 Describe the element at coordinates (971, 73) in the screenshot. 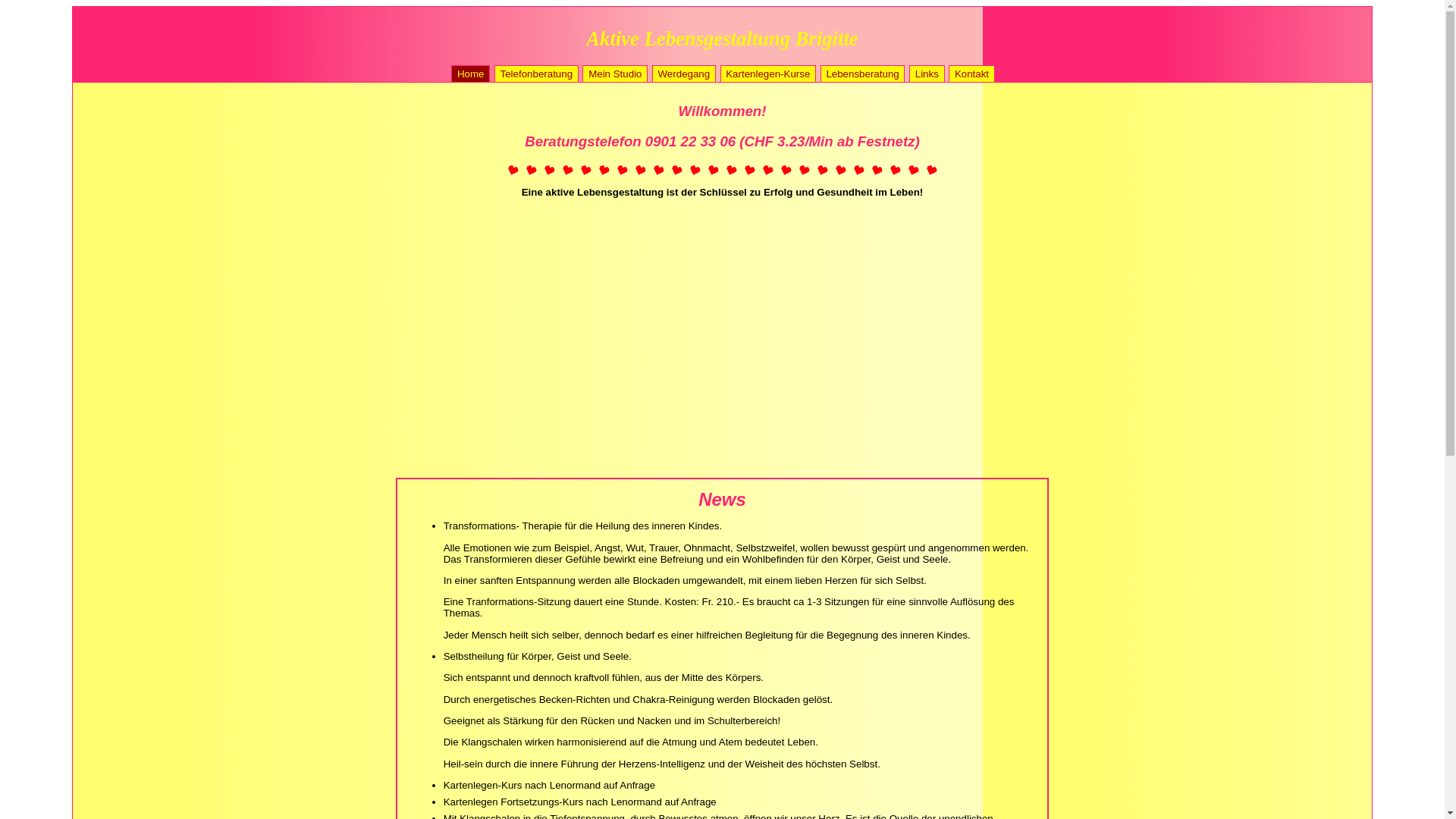

I see `'Kontakt'` at that location.